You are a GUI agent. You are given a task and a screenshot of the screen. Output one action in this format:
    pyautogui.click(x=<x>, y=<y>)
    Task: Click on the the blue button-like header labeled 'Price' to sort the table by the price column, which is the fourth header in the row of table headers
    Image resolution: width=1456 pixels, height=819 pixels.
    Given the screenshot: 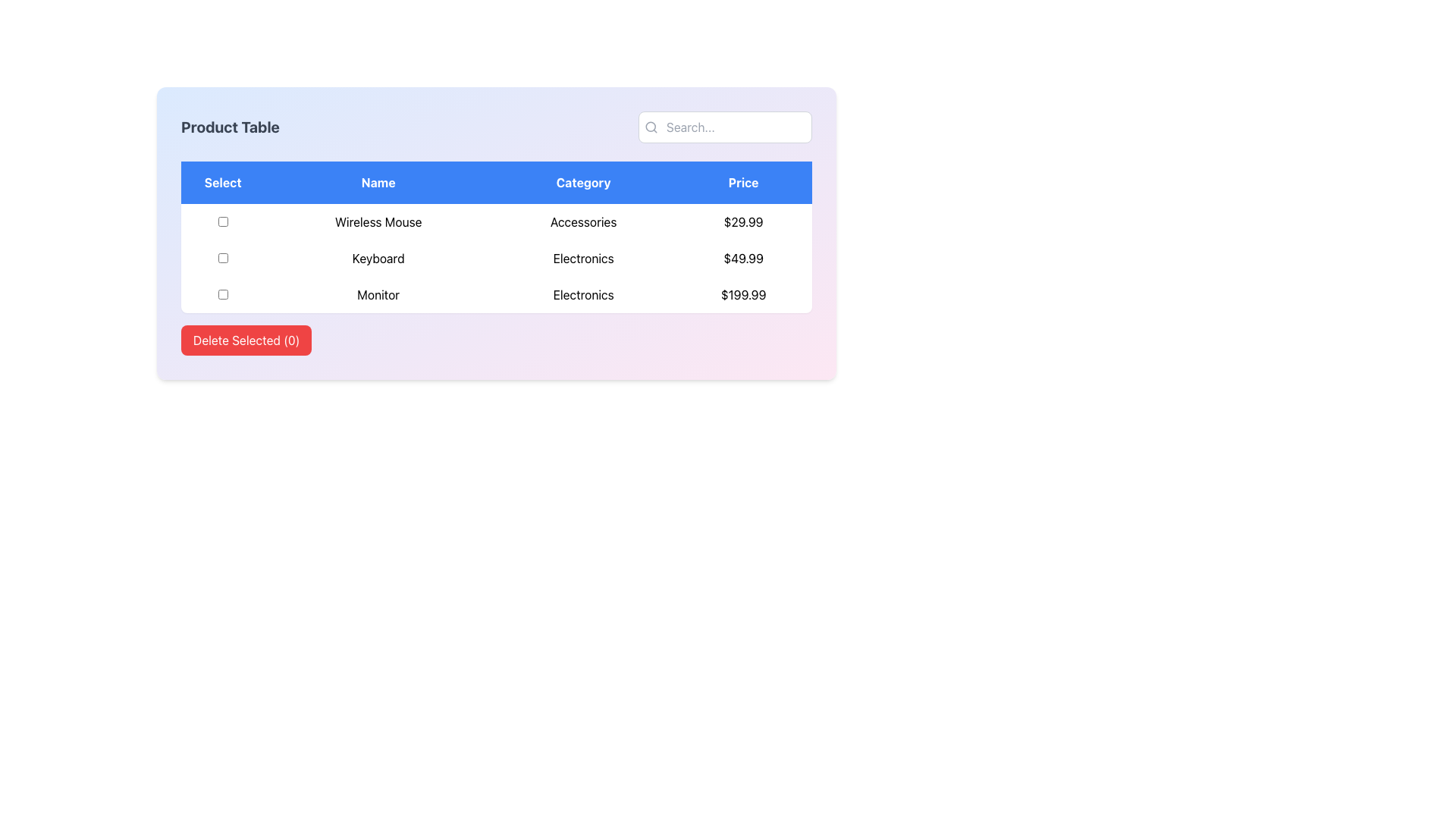 What is the action you would take?
    pyautogui.click(x=743, y=181)
    